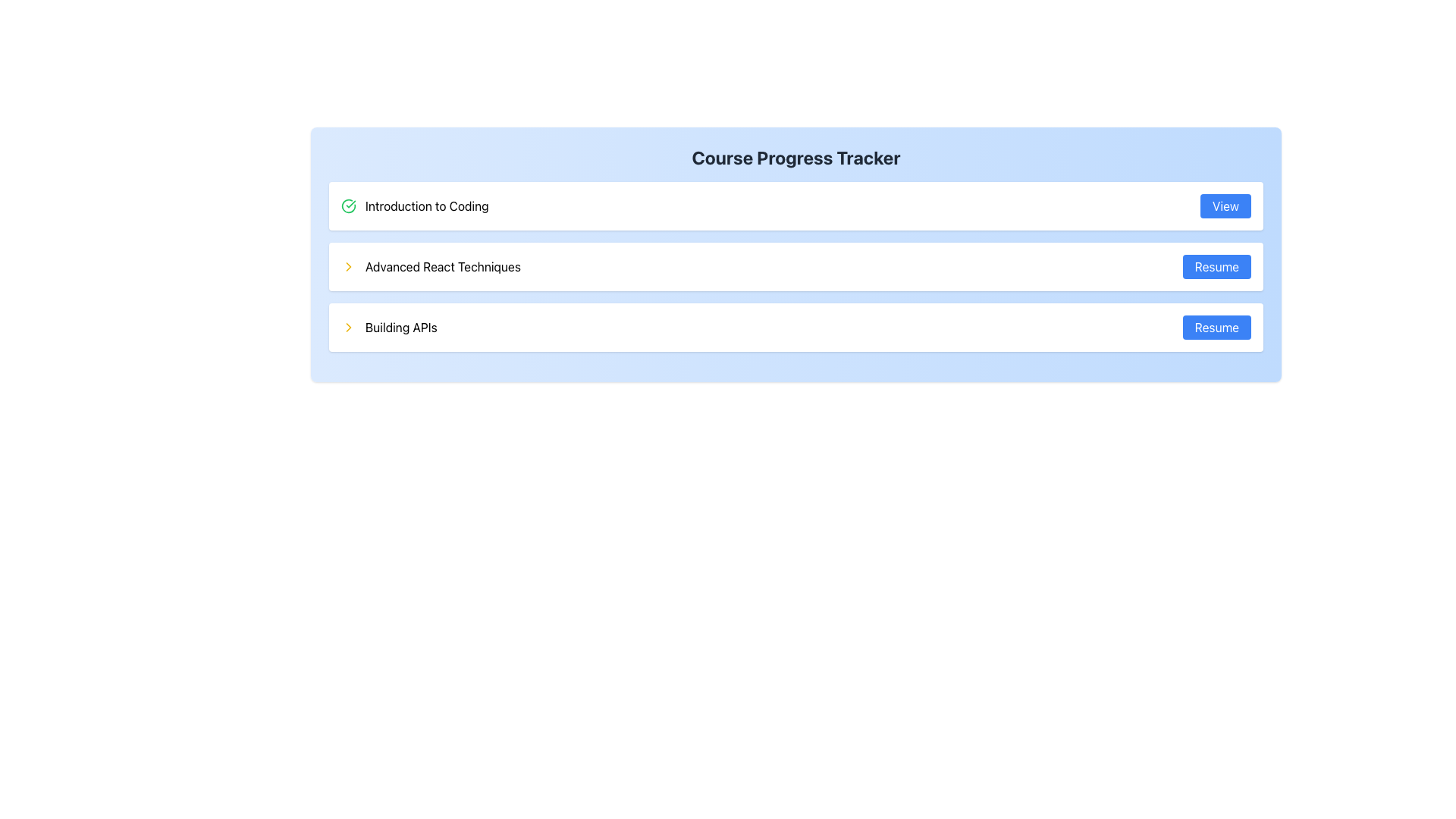 Image resolution: width=1456 pixels, height=819 pixels. I want to click on the 'Resume' button with a blue background located in the 'Advanced React Techniques' section, positioned to the far right of the second row, so click(1216, 265).